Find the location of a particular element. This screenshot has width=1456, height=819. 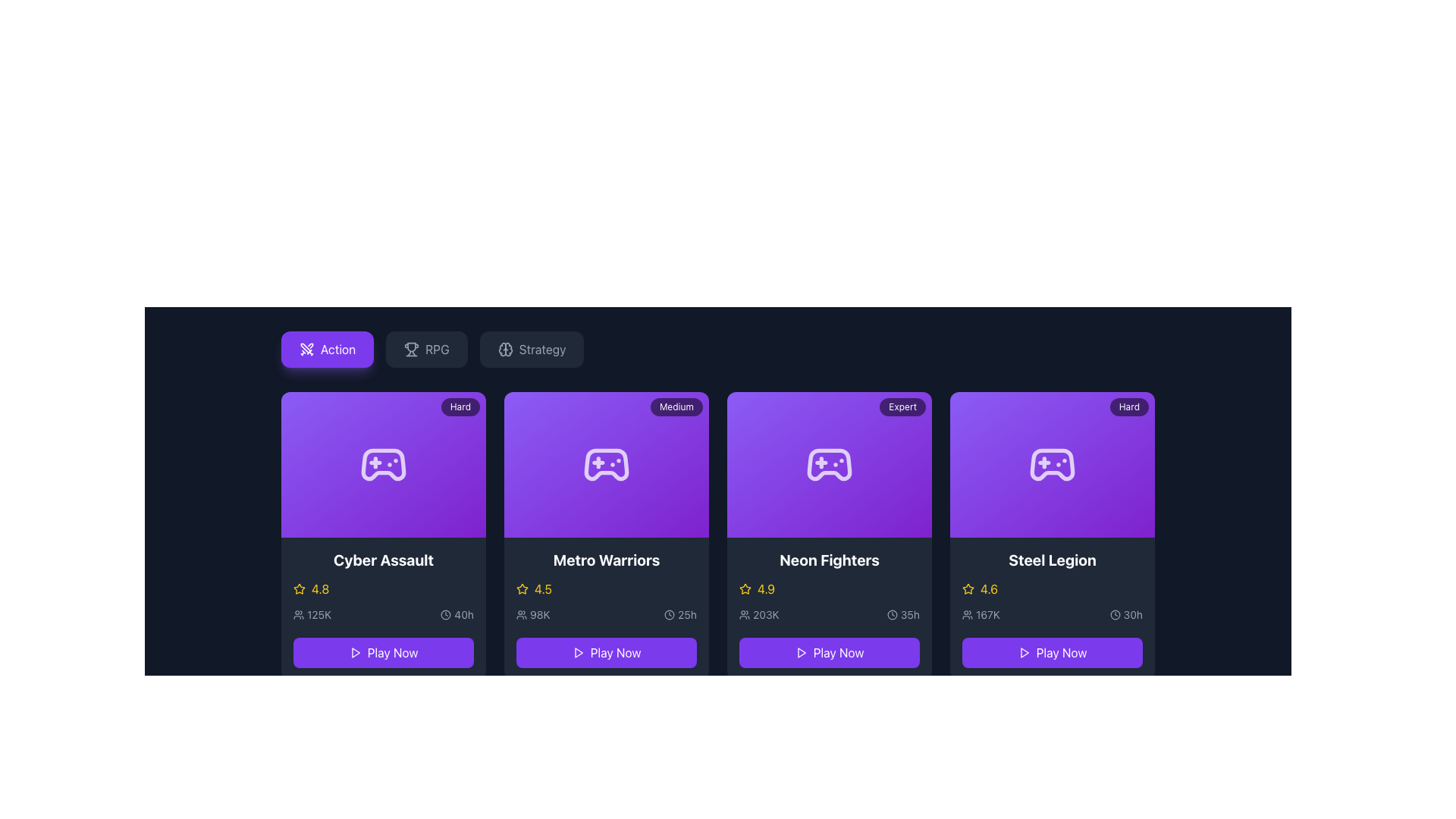

the Information display element containing user icon with '167K' and clock icon with '30h', located within the 'Steel Legion' card is located at coordinates (1051, 614).